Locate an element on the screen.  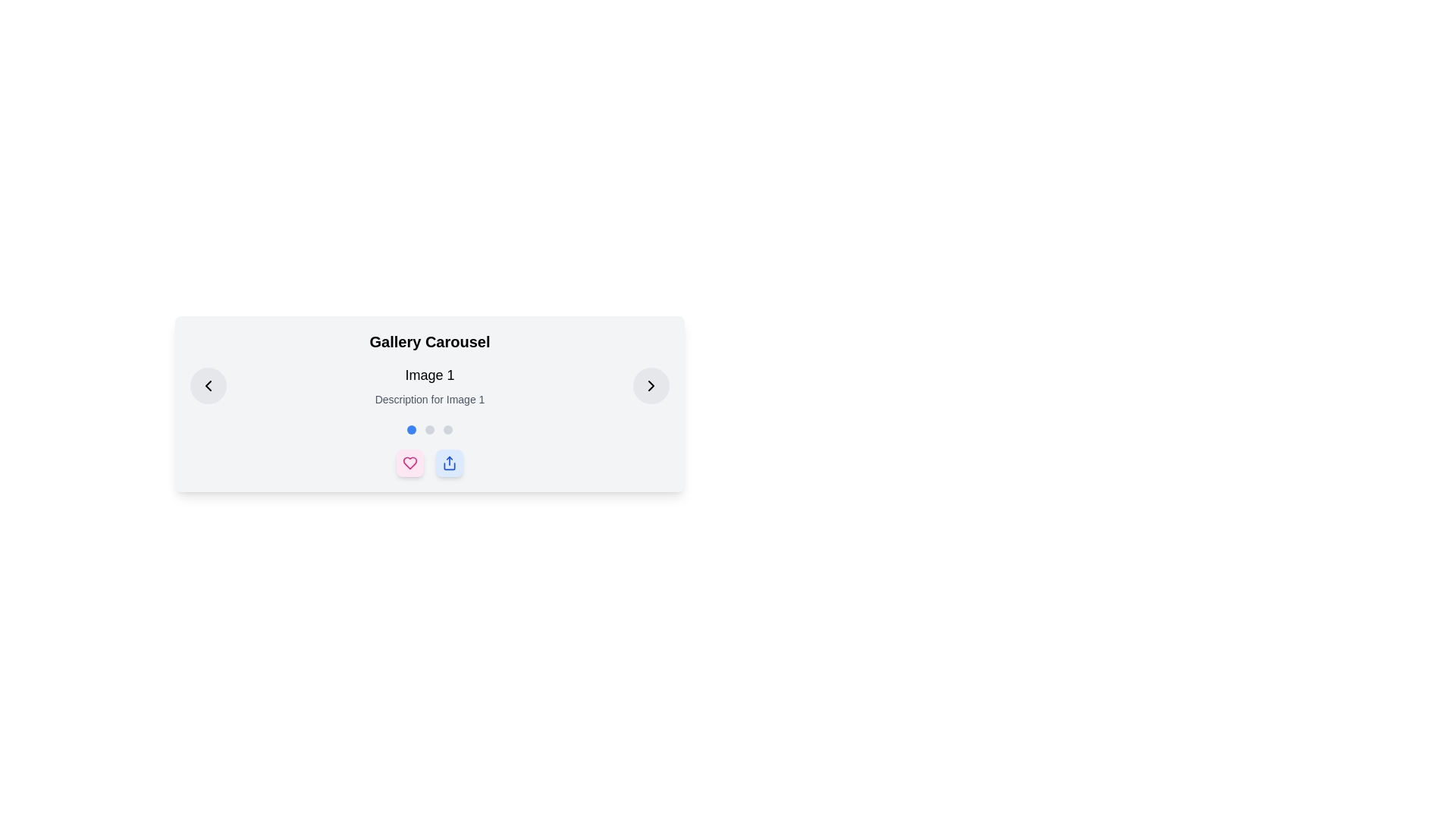
the title text element at the top center of the carousel section, which serves as a heading for the content below is located at coordinates (428, 342).